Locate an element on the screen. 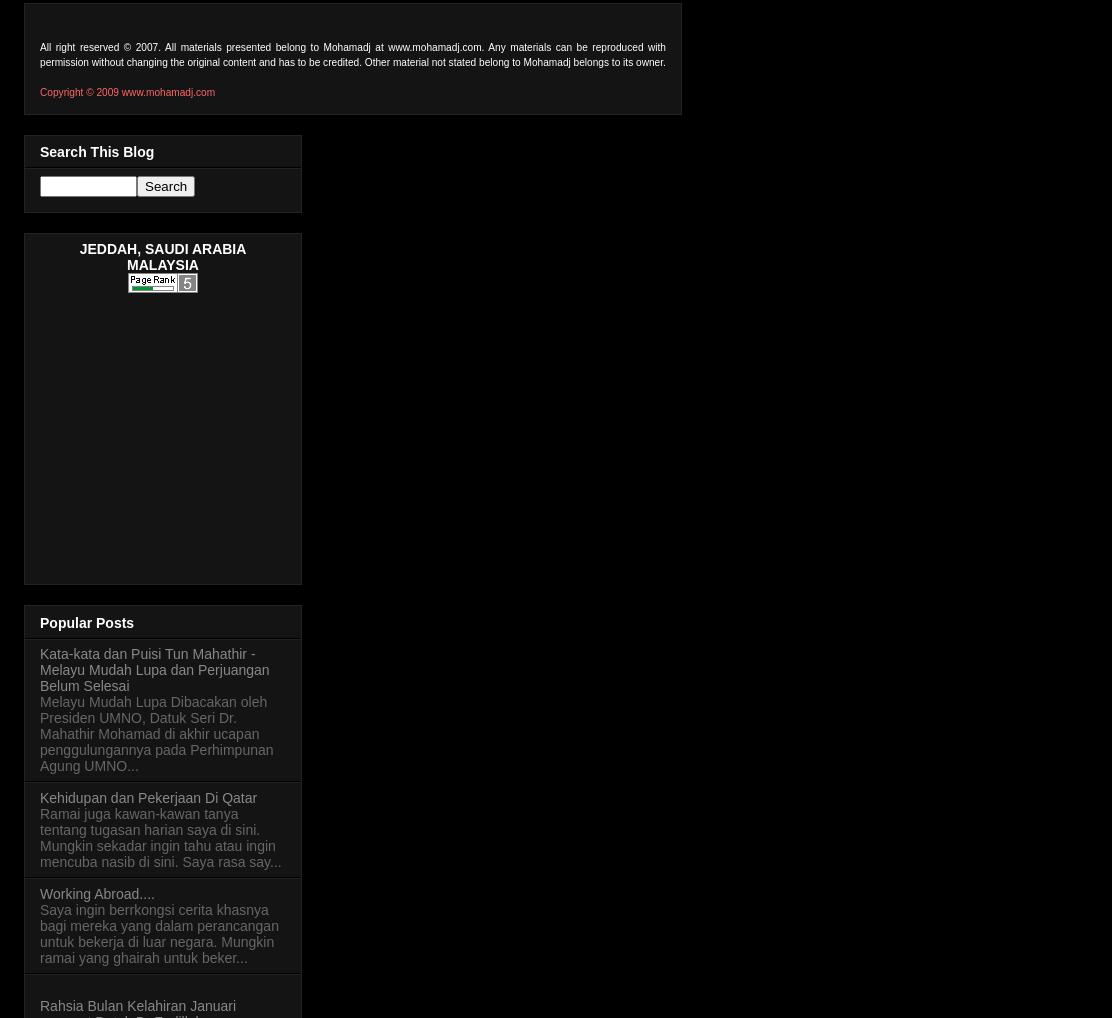 The height and width of the screenshot is (1018, 1112). 'Ramai juga kawan-kawan tanya tentang tugasan harian saya di sini. Mungkin sekadar ingin tahu atau ingin mencuba nasib di sini. Saya rasa say...' is located at coordinates (160, 835).